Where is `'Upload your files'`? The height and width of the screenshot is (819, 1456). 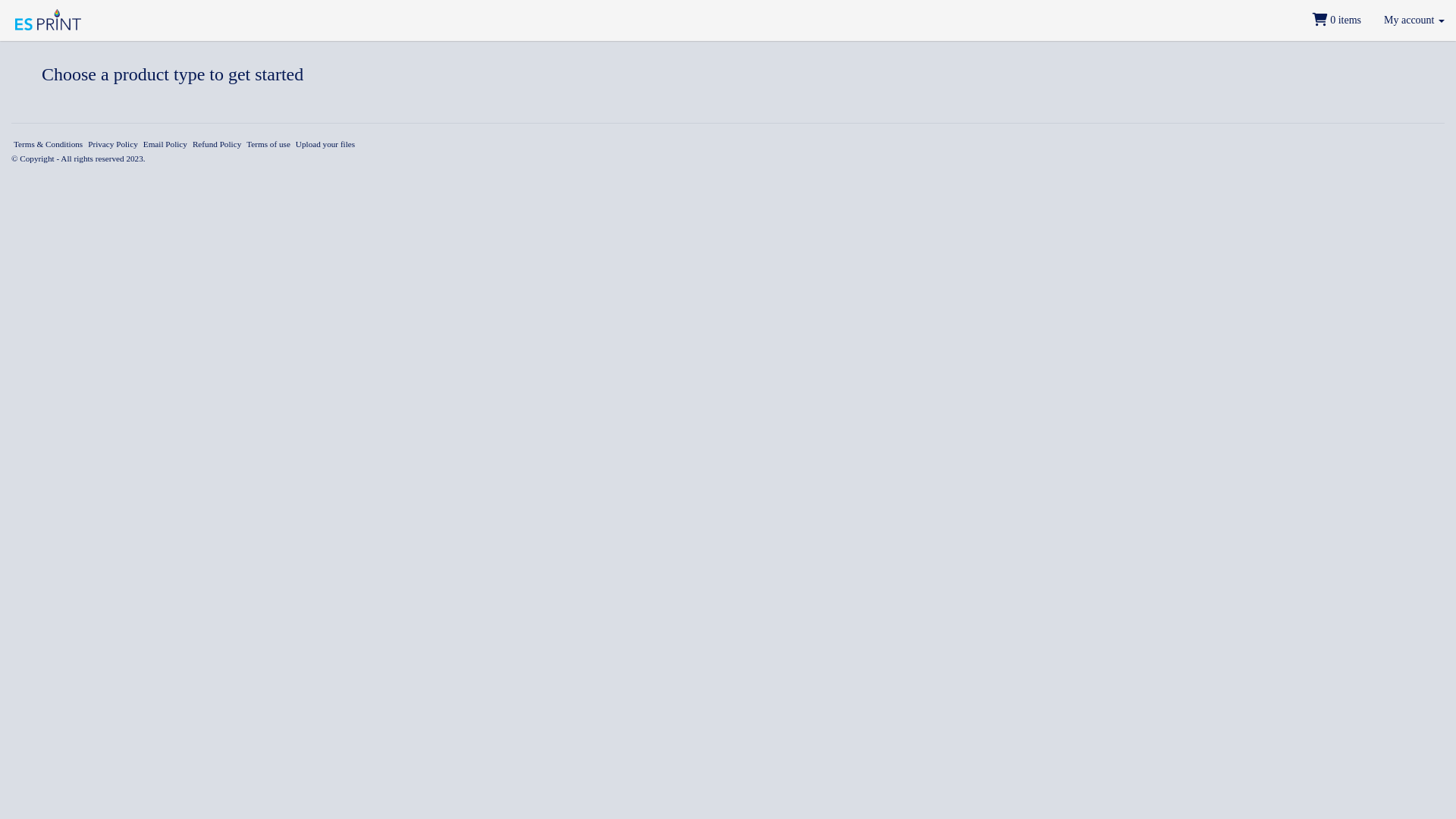 'Upload your files' is located at coordinates (324, 143).